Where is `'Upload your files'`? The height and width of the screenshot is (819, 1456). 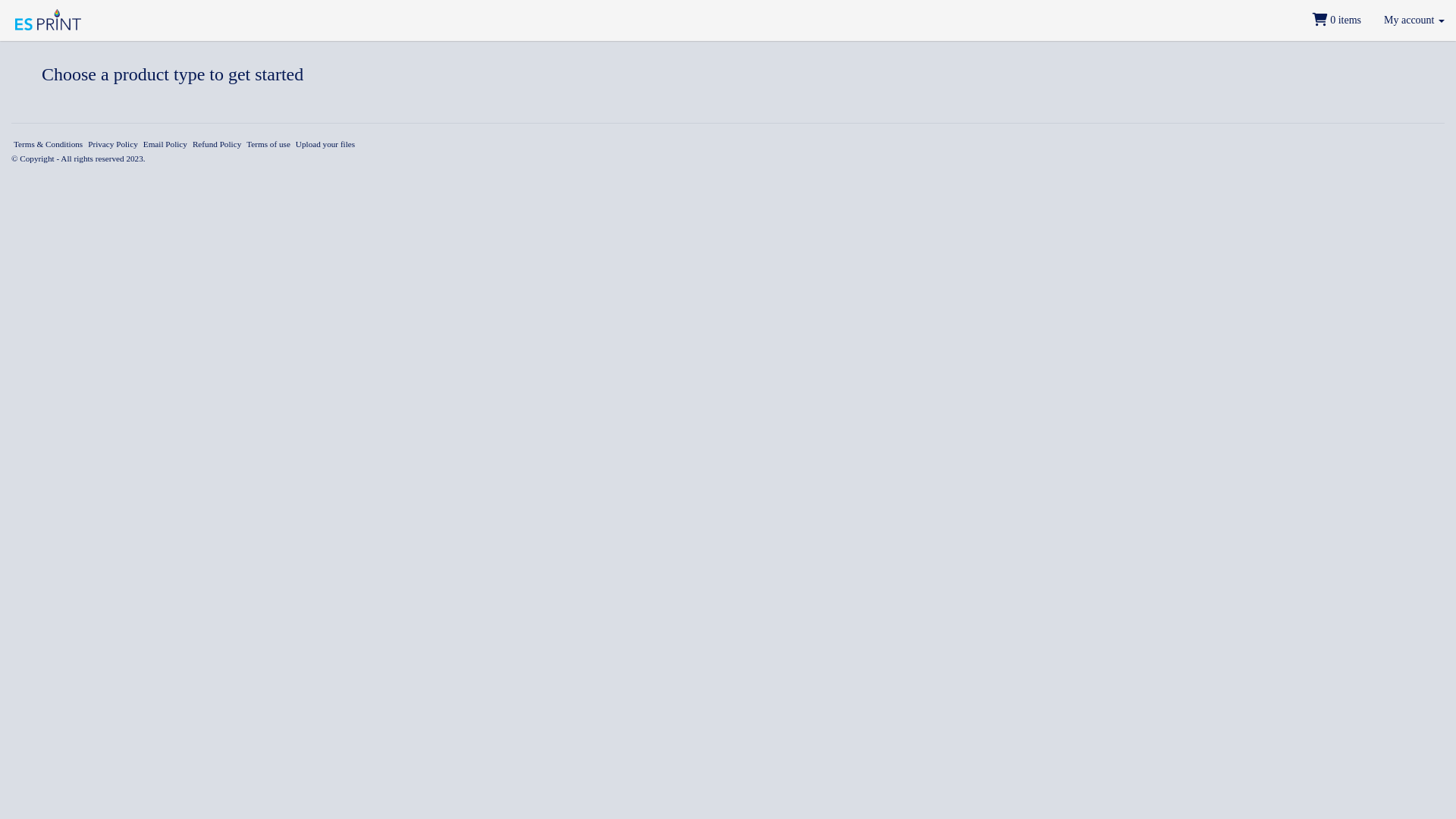 'Upload your files' is located at coordinates (324, 143).